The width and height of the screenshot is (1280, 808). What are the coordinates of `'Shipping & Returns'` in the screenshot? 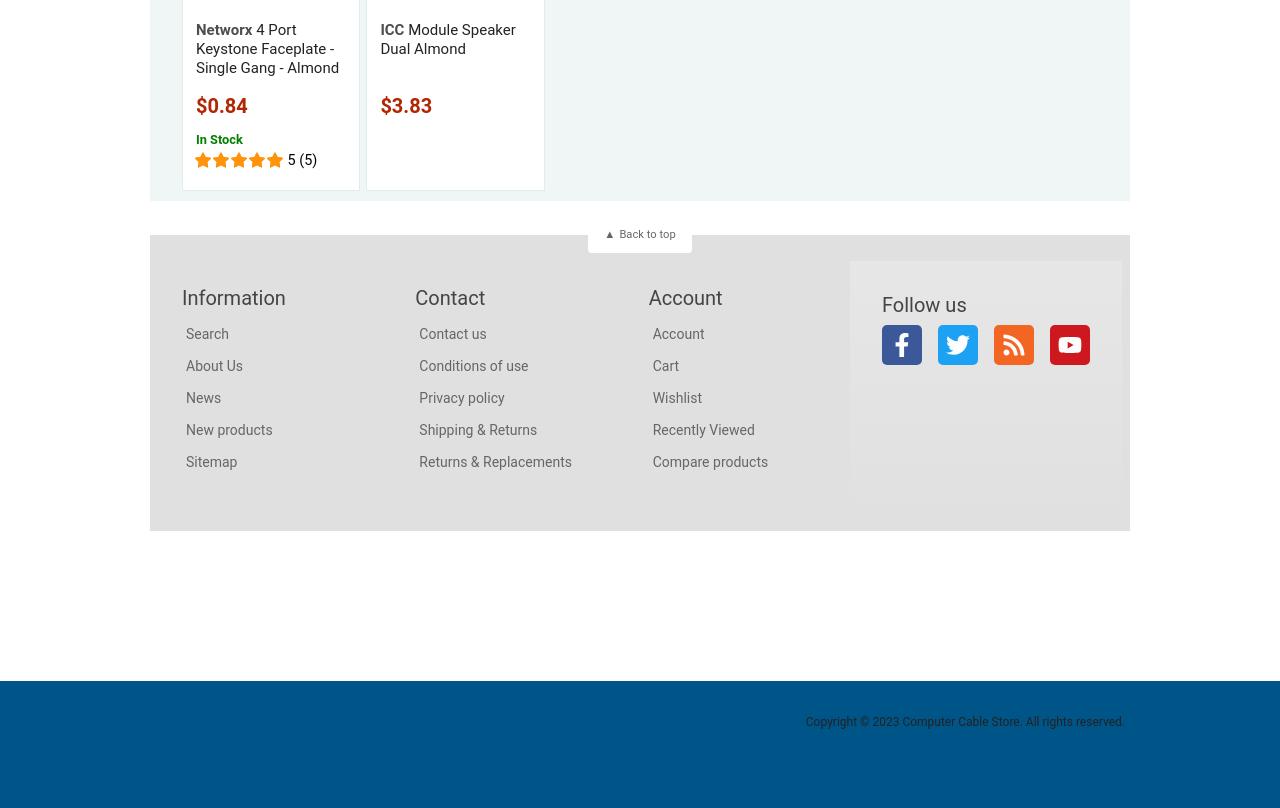 It's located at (476, 428).